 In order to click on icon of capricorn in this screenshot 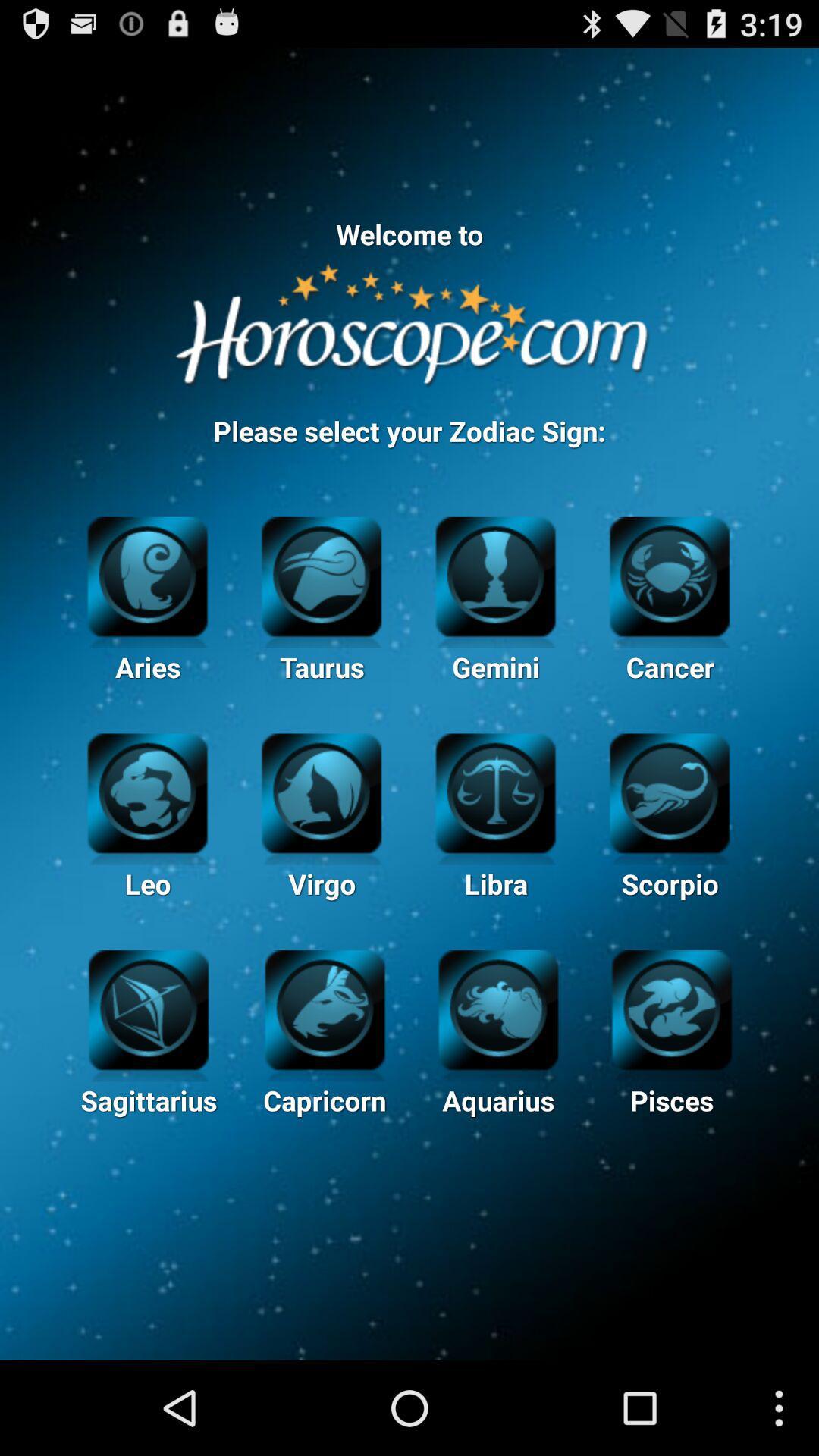, I will do `click(324, 1008)`.